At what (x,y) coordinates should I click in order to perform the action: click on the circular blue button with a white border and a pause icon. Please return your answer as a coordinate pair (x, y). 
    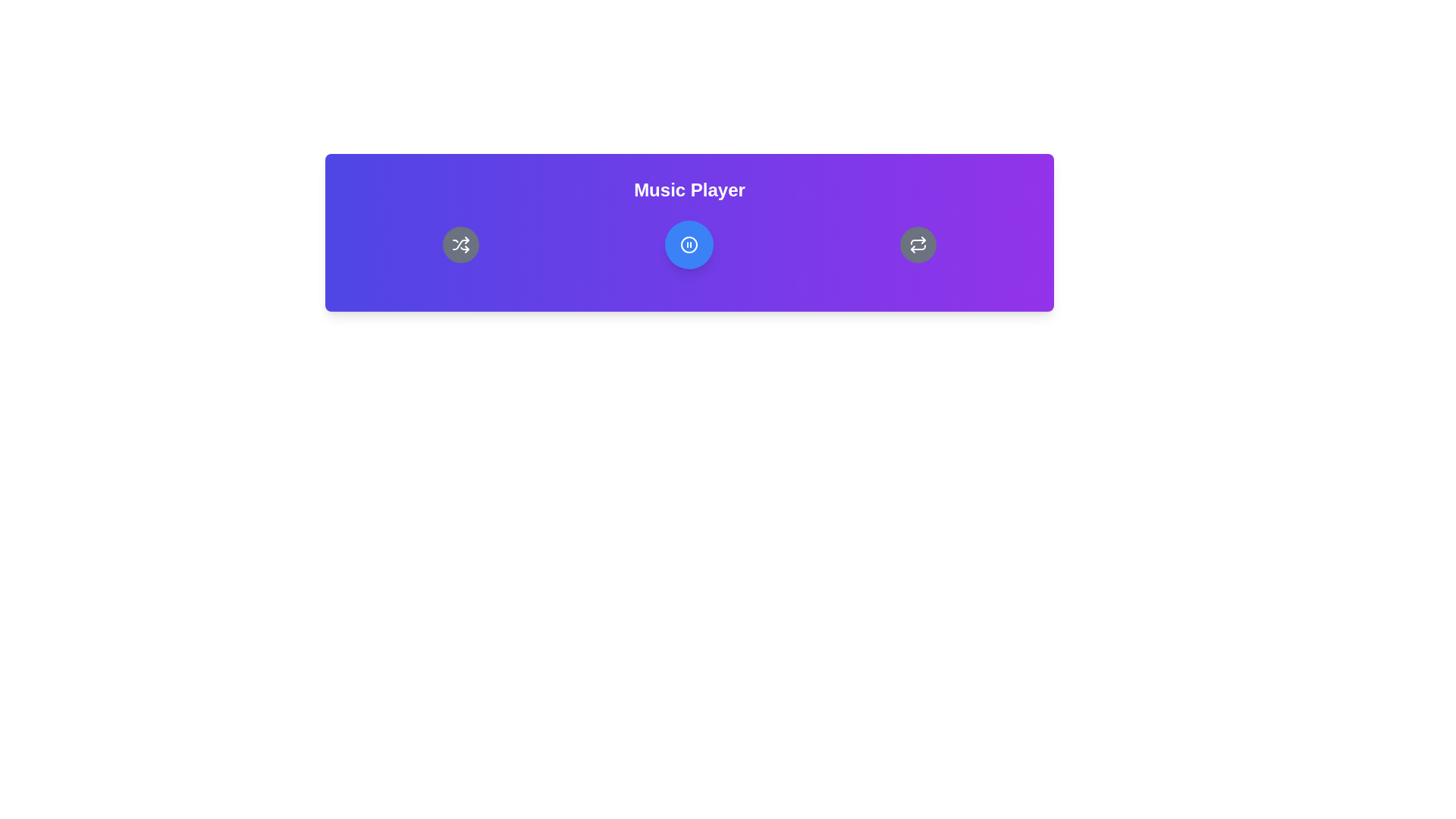
    Looking at the image, I should click on (689, 244).